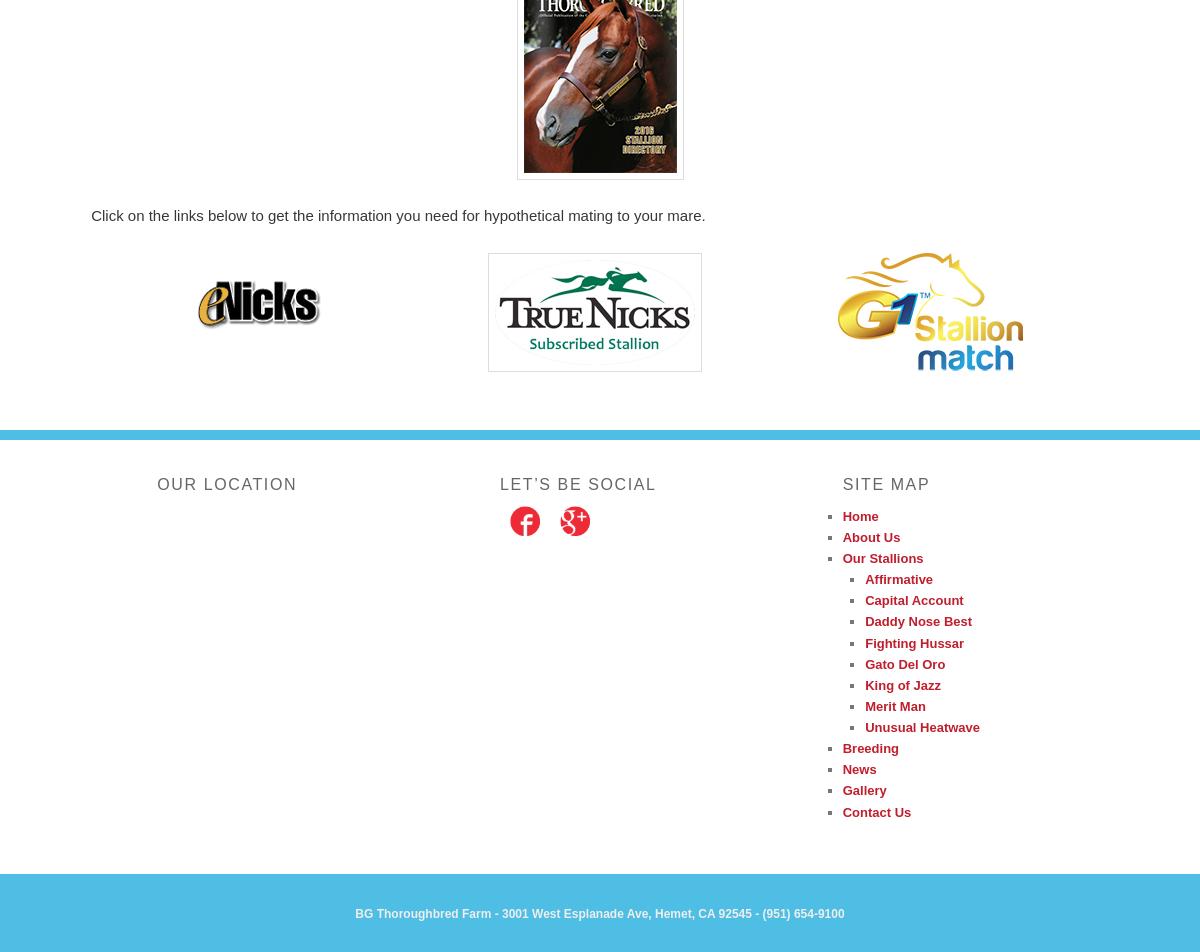  Describe the element at coordinates (841, 558) in the screenshot. I see `'Our Stallions'` at that location.